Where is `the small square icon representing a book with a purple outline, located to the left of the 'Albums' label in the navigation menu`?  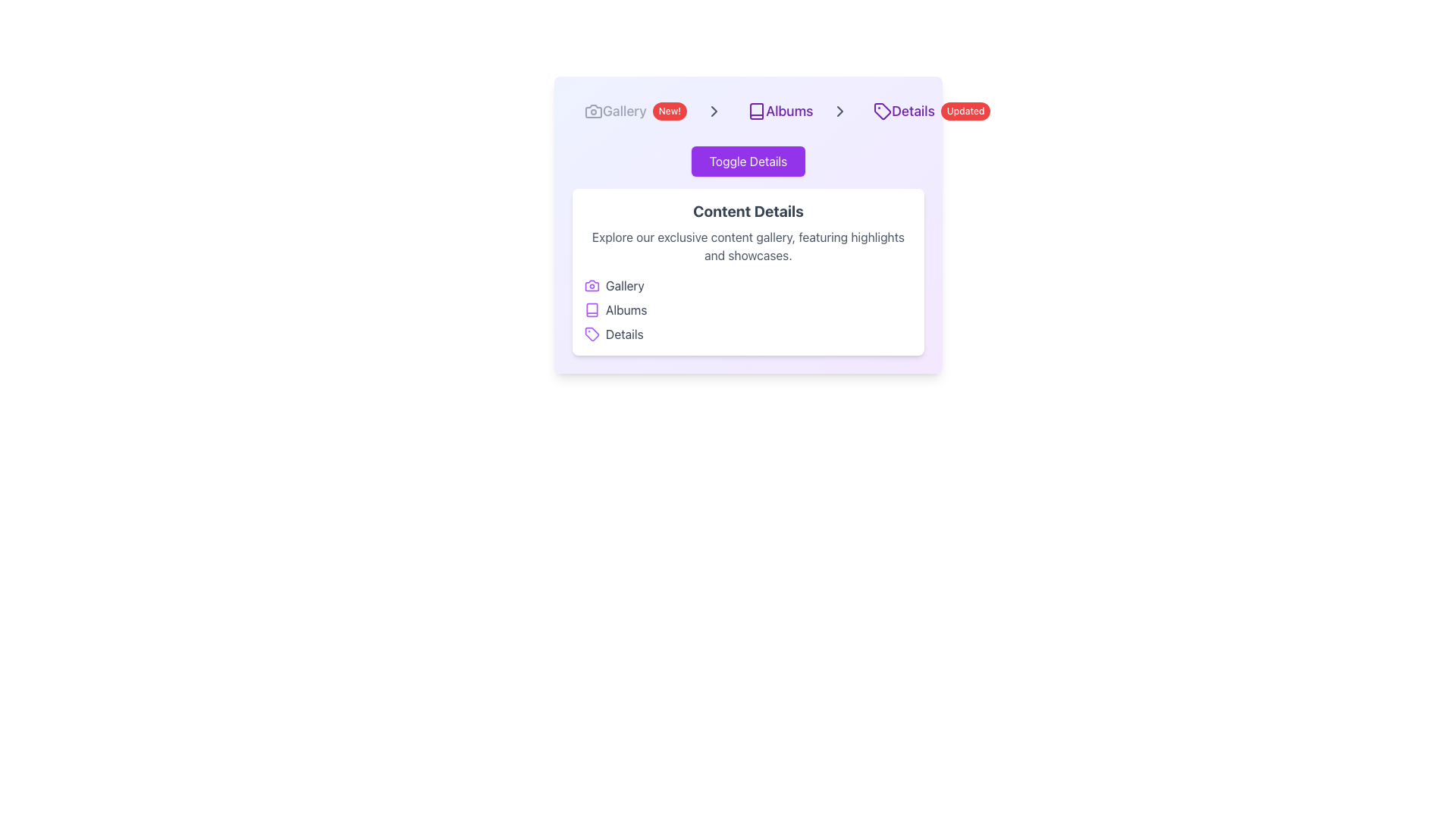 the small square icon representing a book with a purple outline, located to the left of the 'Albums' label in the navigation menu is located at coordinates (591, 309).